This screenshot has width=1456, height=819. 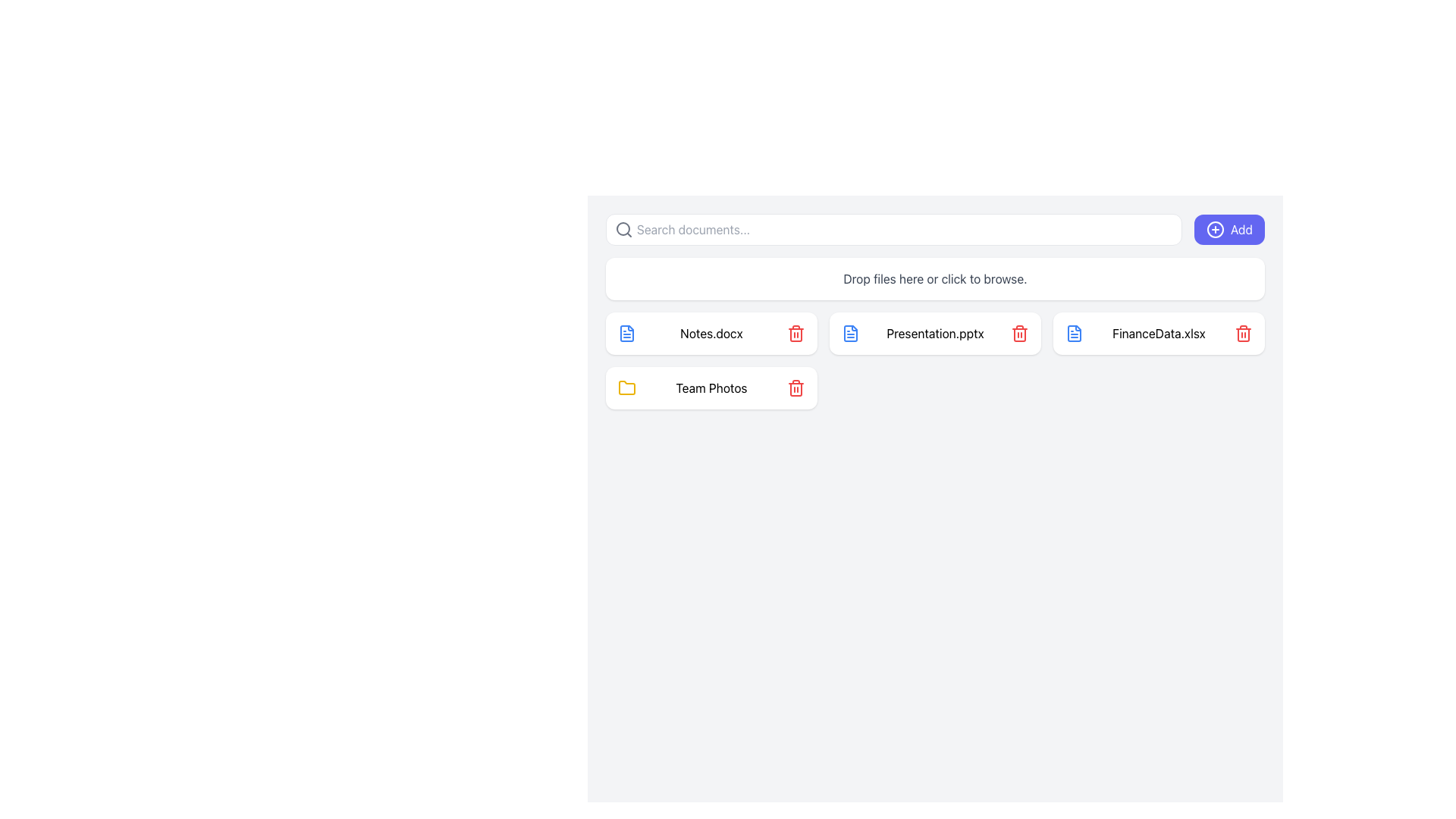 What do you see at coordinates (1158, 332) in the screenshot?
I see `the filename displayed` at bounding box center [1158, 332].